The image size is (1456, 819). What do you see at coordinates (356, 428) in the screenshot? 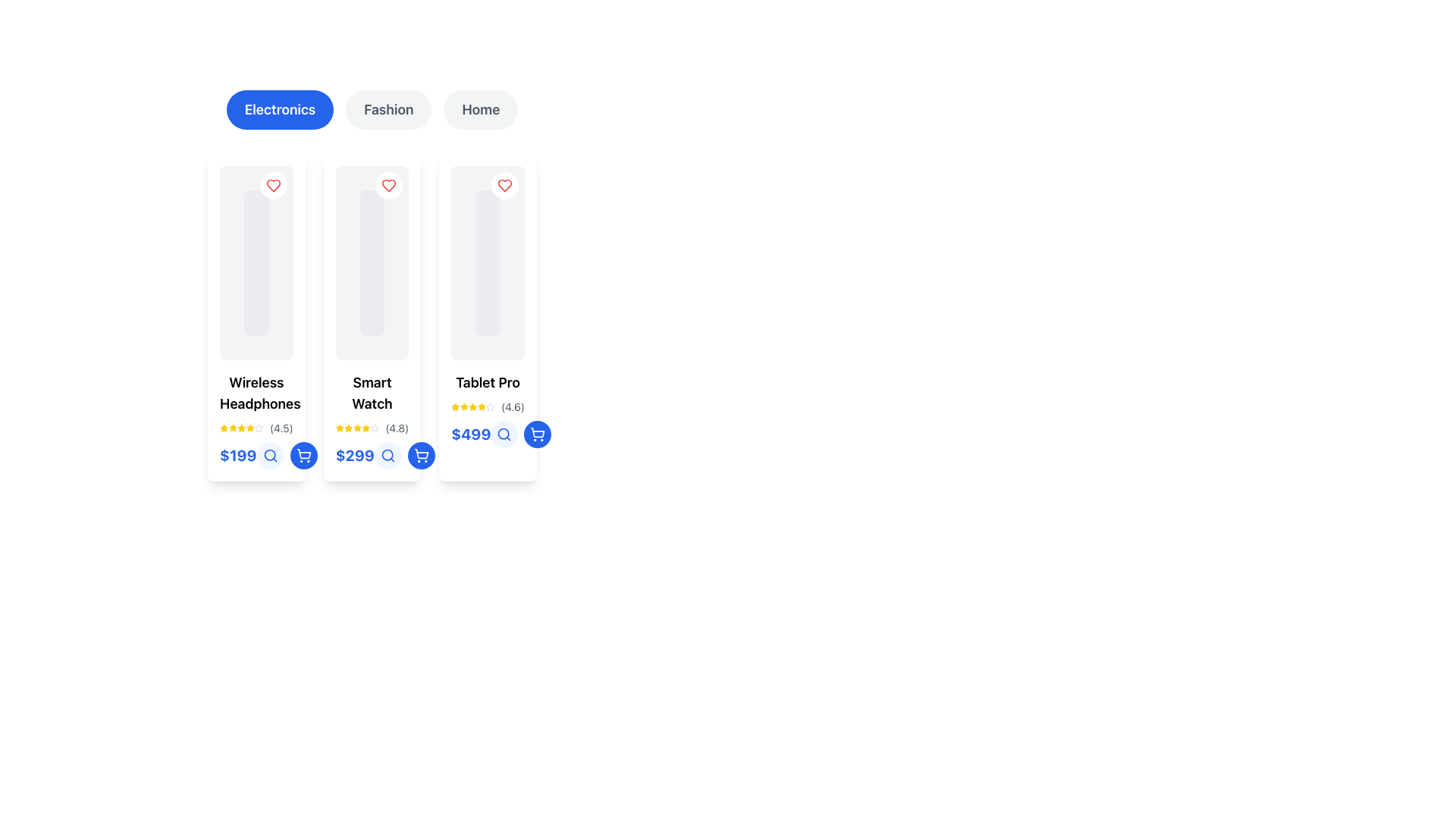
I see `the yellow star icon representing the rating for the 'Smart Watch' product located in the ratings section of the product card` at bounding box center [356, 428].